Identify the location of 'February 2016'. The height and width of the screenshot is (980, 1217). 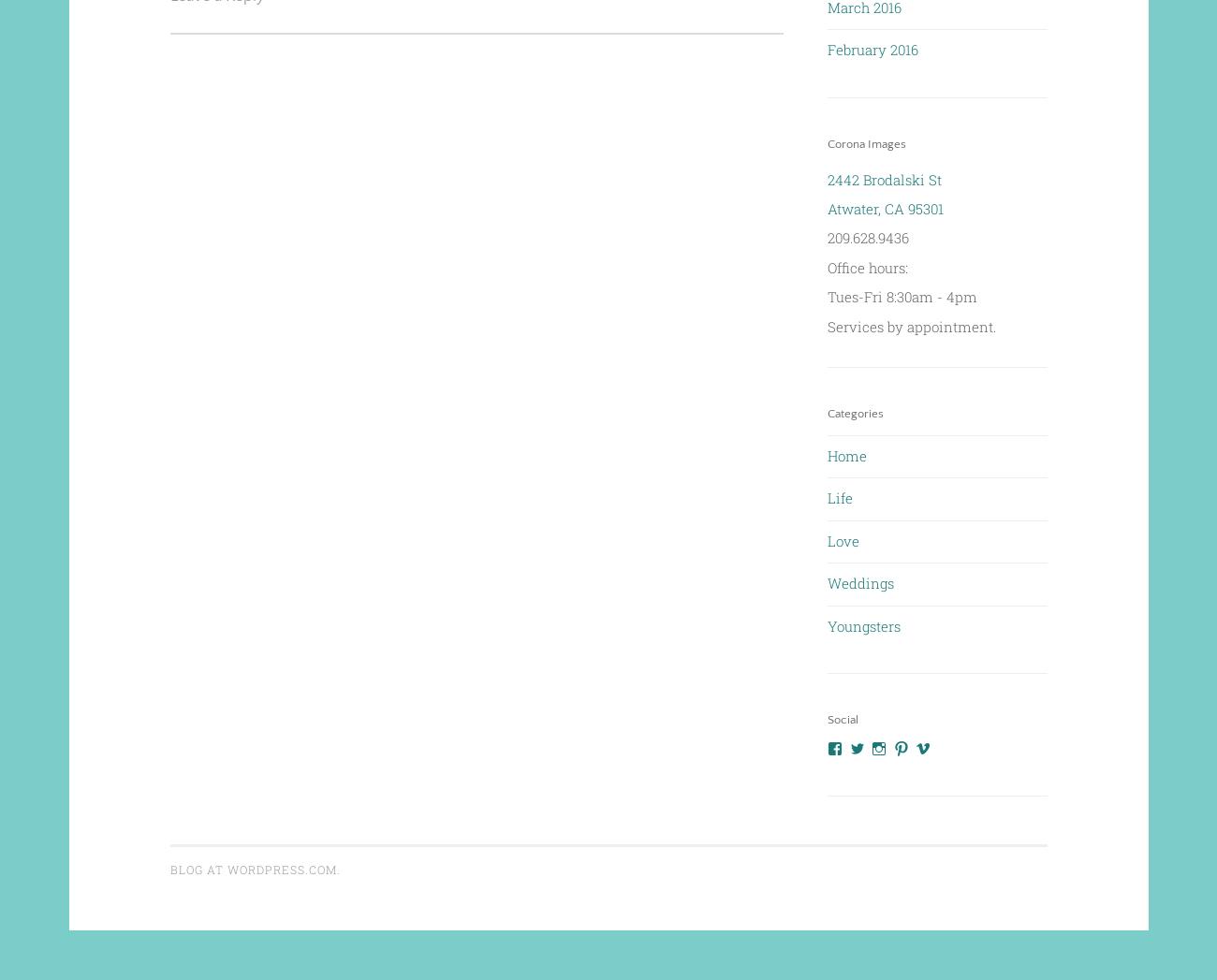
(872, 49).